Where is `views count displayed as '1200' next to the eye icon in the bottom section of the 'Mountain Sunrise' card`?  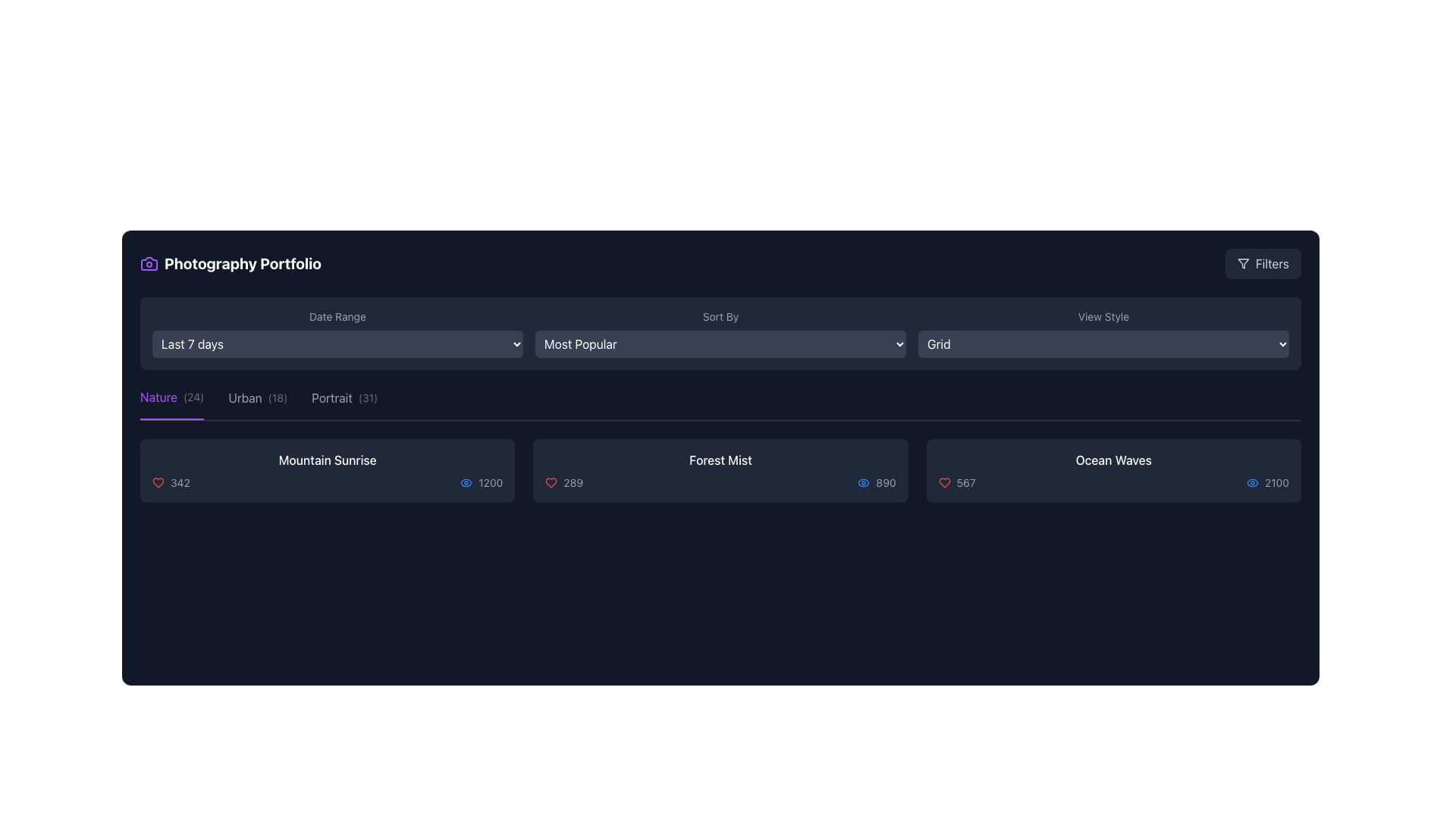
views count displayed as '1200' next to the eye icon in the bottom section of the 'Mountain Sunrise' card is located at coordinates (481, 482).